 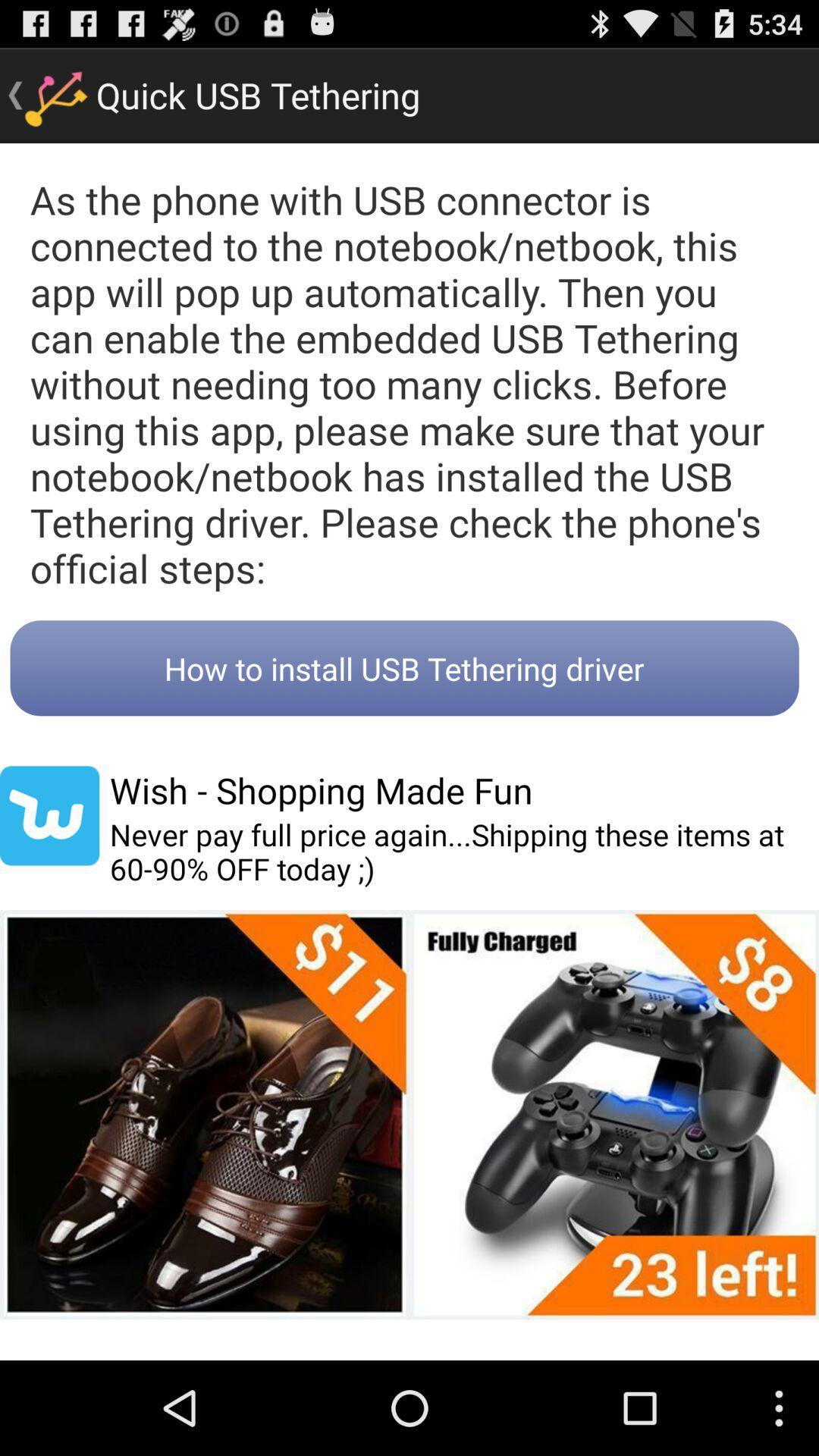 I want to click on the item below the never pay full item, so click(x=409, y=1114).